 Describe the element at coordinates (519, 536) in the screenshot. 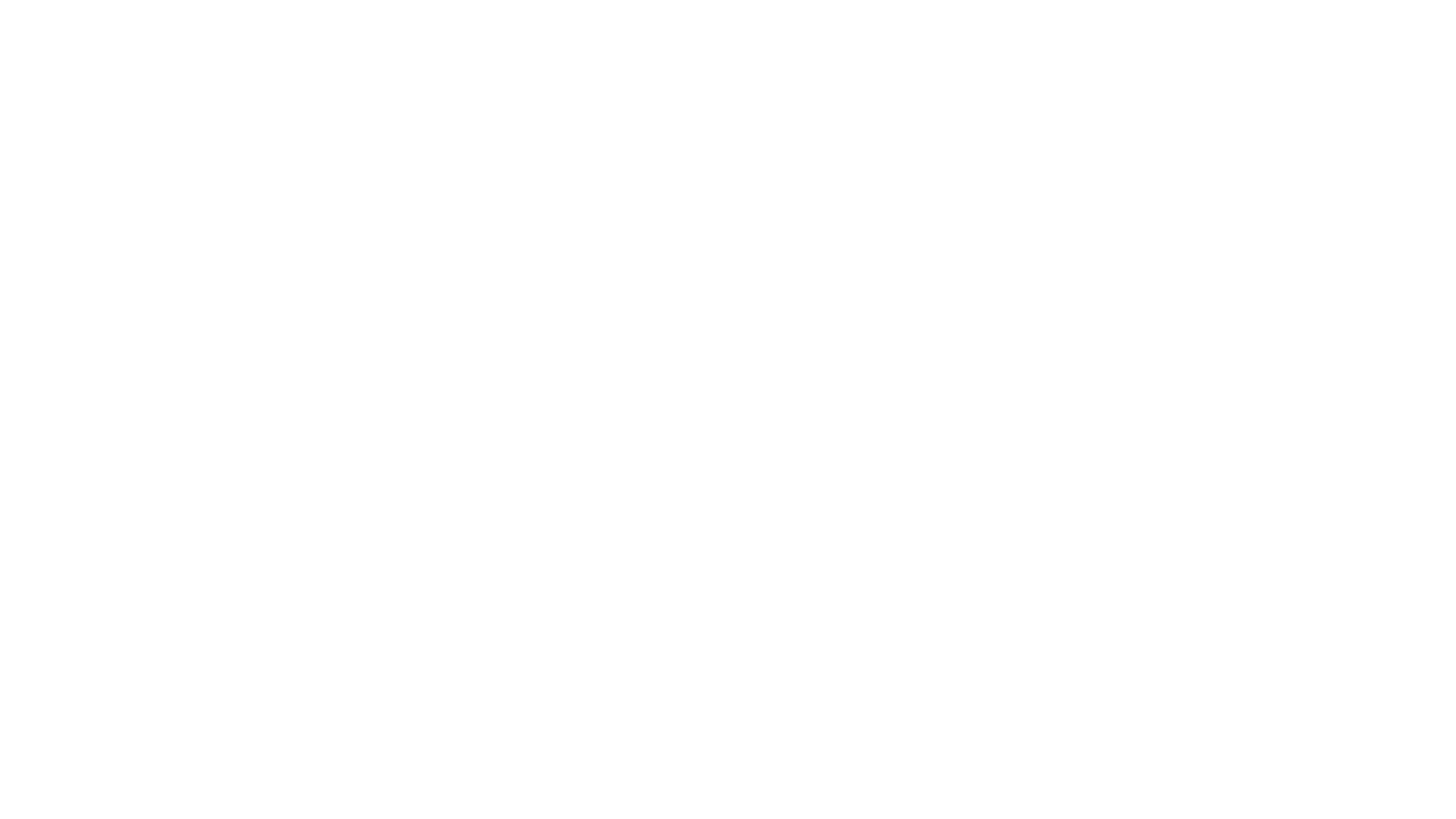

I see `Datova schranka Datova schranka Vyuzijte prihlasovaci udaje do vasi datove schranky` at that location.